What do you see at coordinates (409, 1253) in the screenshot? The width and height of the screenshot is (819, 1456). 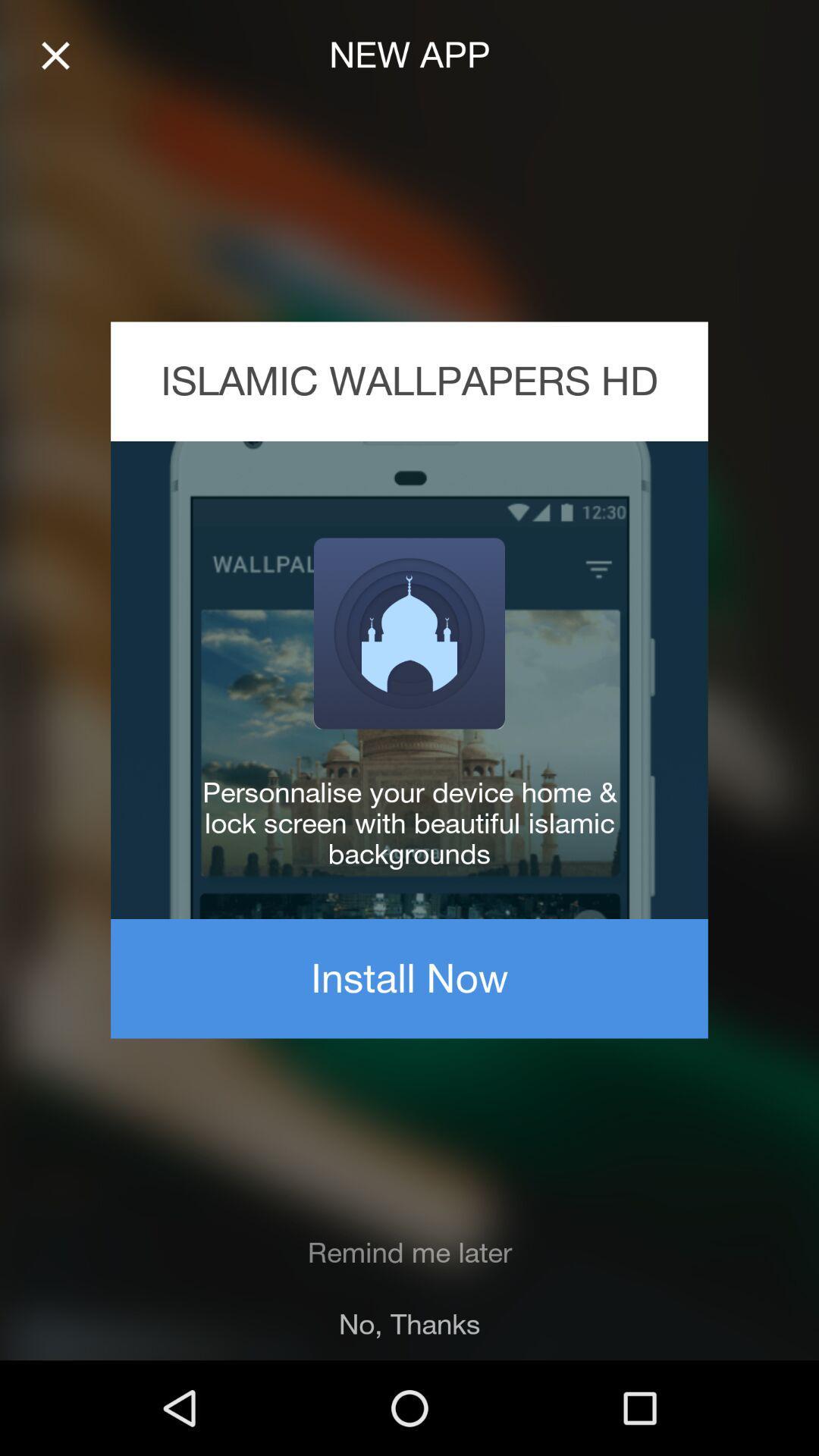 I see `the item above the no, thanks item` at bounding box center [409, 1253].